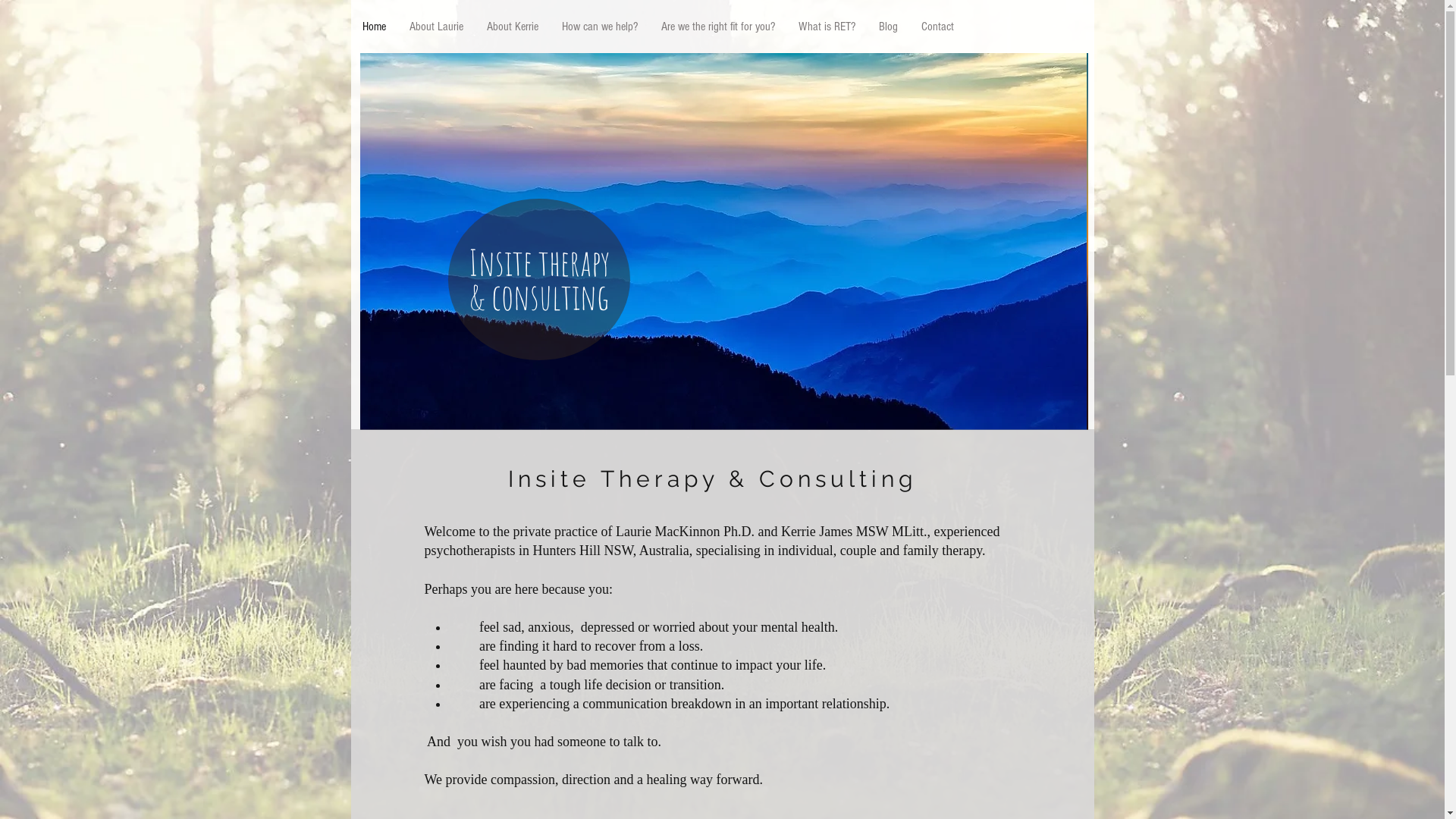 The width and height of the screenshot is (1456, 819). I want to click on 'Contact', so click(908, 27).